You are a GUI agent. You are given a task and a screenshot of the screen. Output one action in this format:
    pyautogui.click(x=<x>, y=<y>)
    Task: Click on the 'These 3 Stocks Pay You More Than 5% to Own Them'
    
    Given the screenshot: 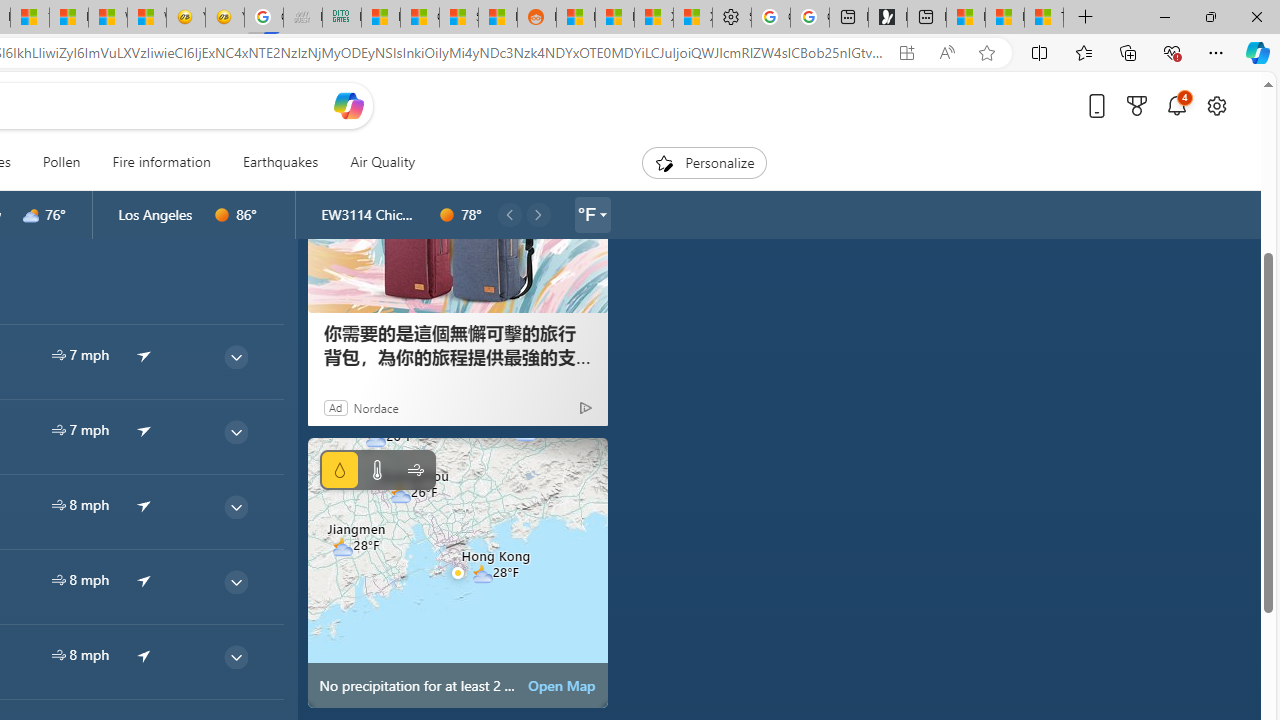 What is the action you would take?
    pyautogui.click(x=1043, y=17)
    